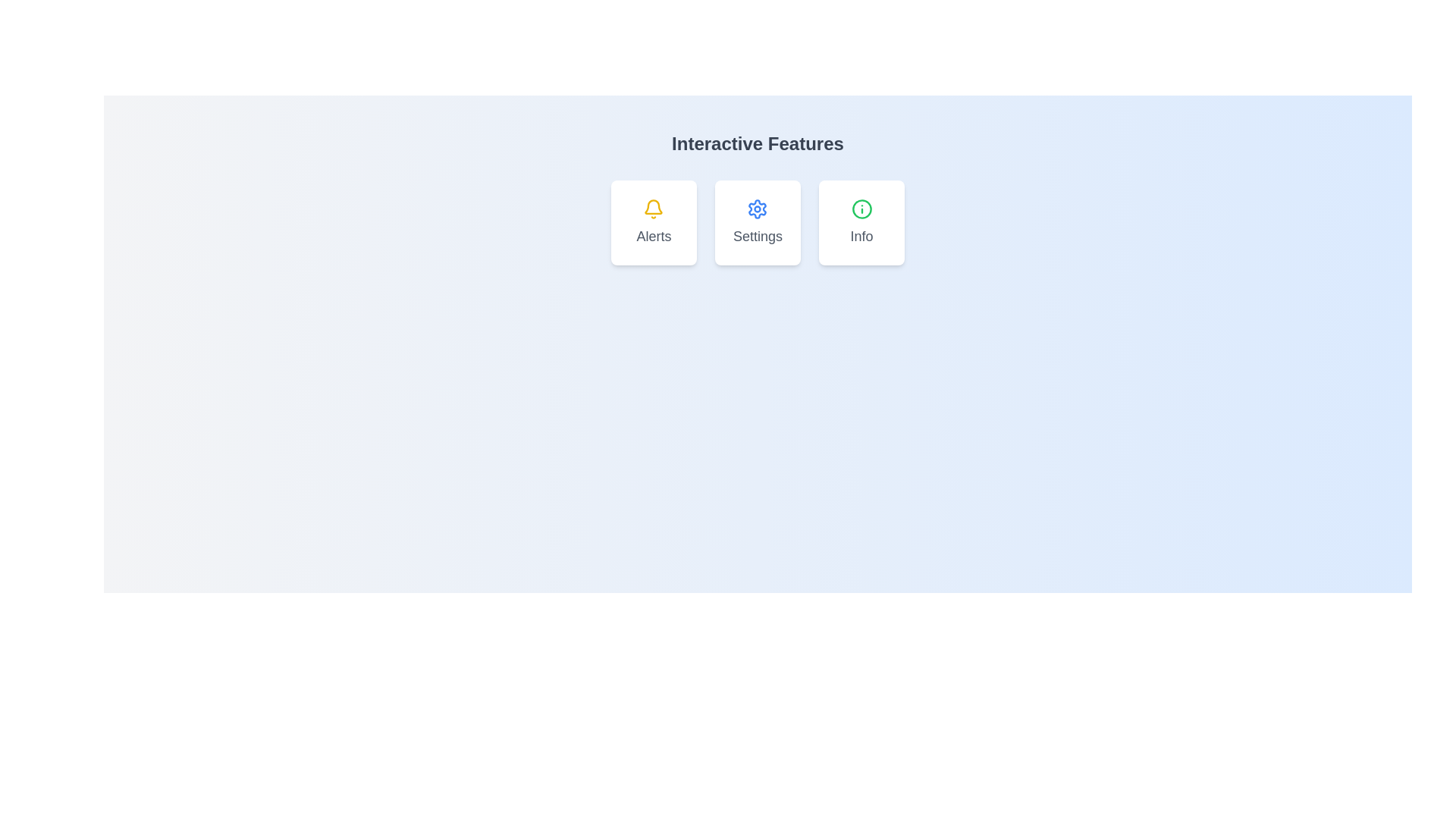 The image size is (1456, 819). Describe the element at coordinates (758, 237) in the screenshot. I see `the 'Settings' text label, which is prominently displayed in gray with a medium-weight font, located in the second rounded white background card from the left` at that location.